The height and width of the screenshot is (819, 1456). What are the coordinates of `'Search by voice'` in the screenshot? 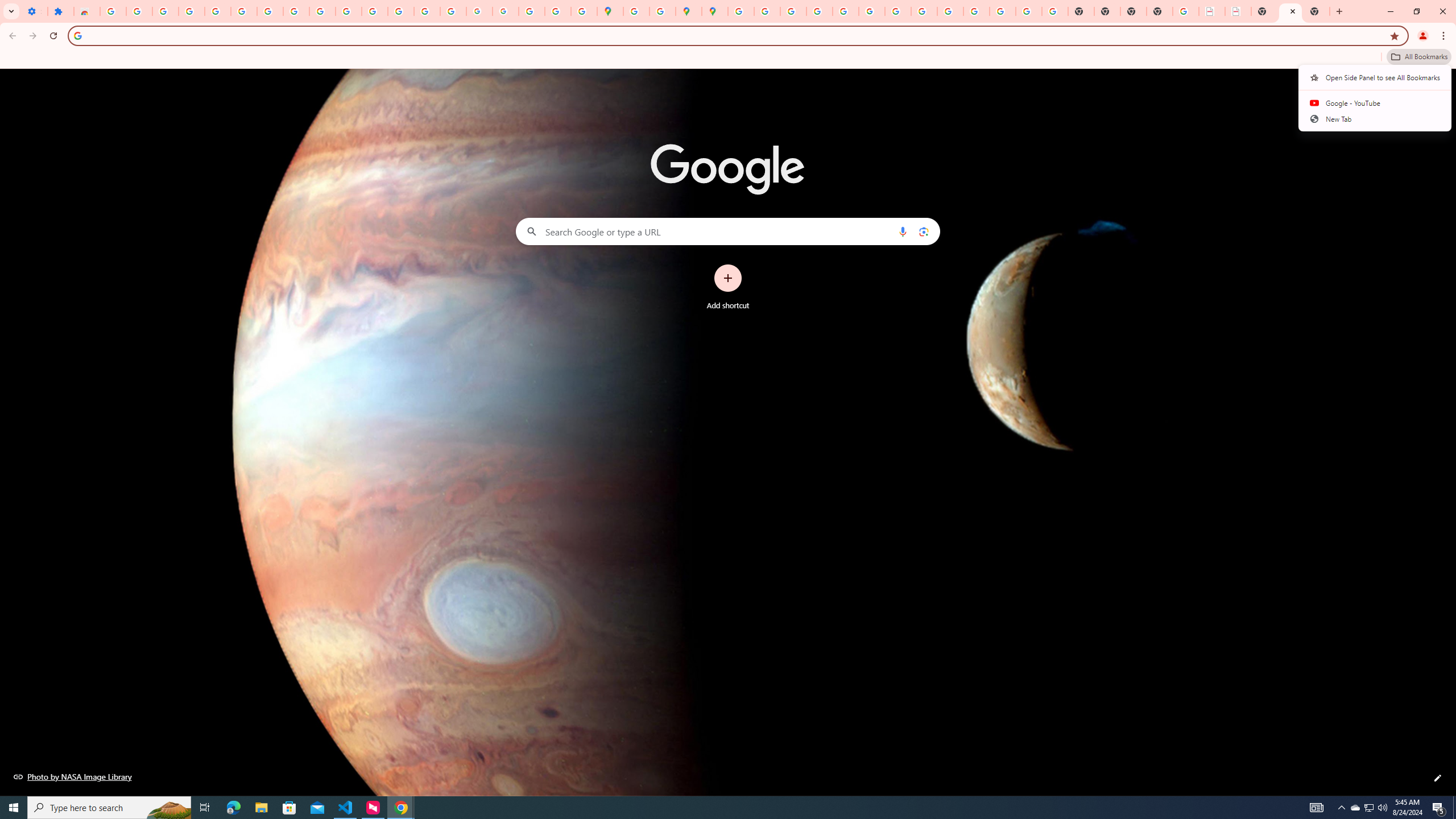 It's located at (902, 230).